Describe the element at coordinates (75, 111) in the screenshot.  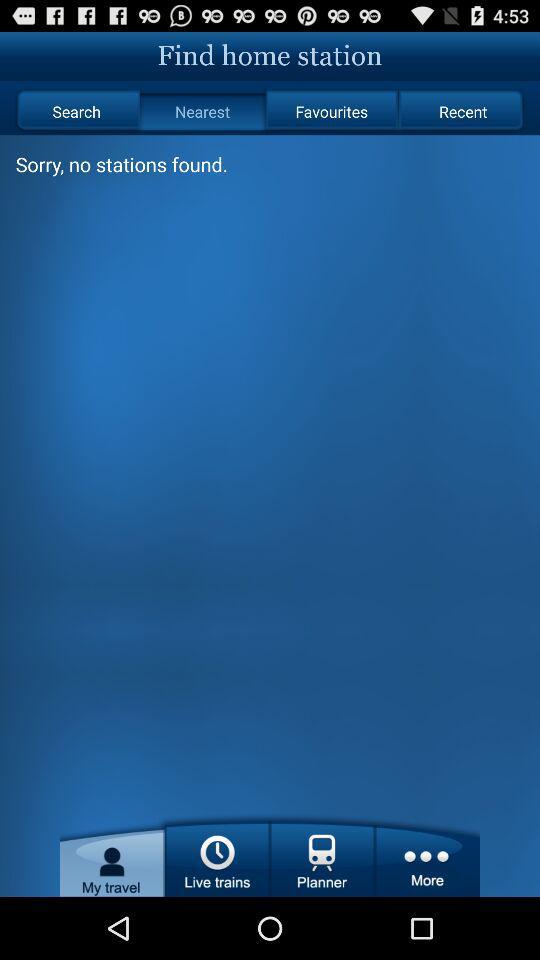
I see `the search` at that location.